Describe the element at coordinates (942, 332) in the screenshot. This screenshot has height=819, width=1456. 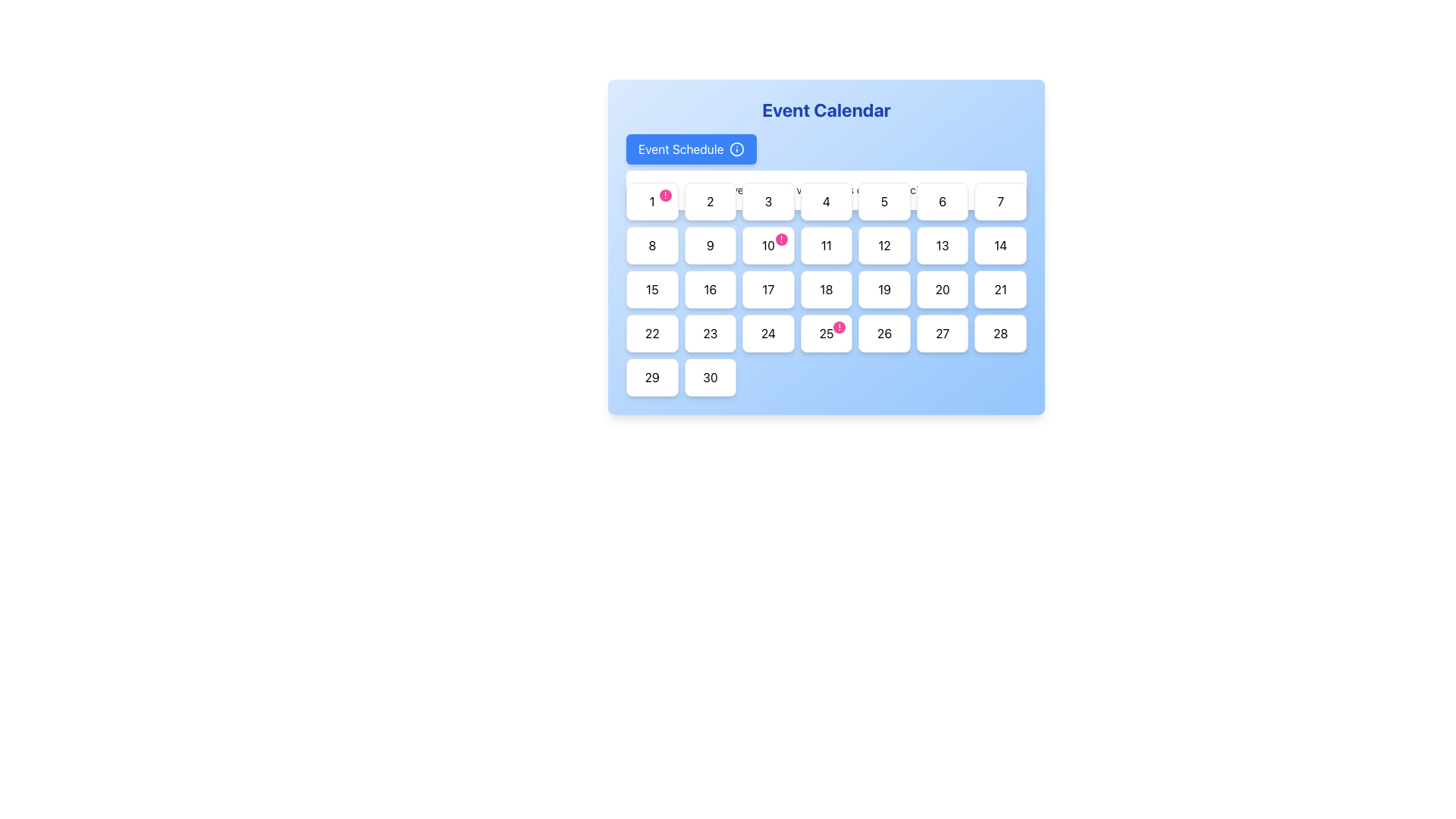
I see `the calendar day cell representing the date '27', located in the bottom row and fifth column of the calendar grid` at that location.